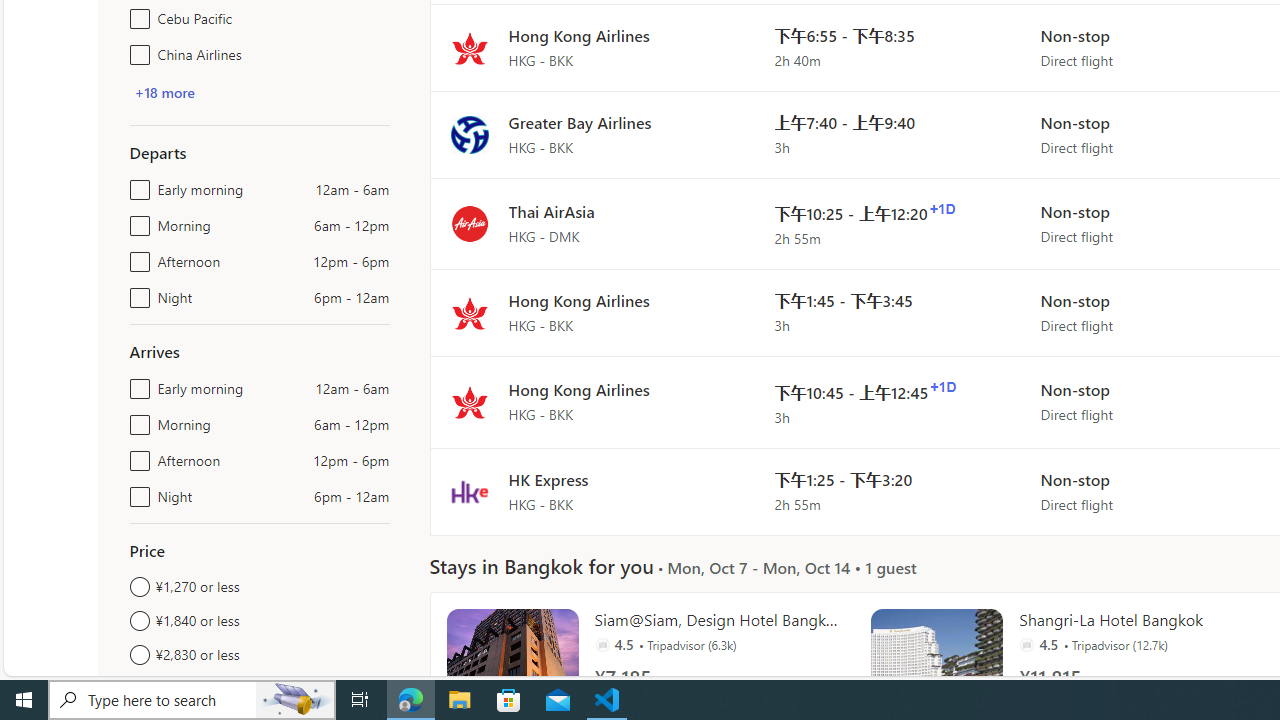 The image size is (1280, 720). What do you see at coordinates (164, 92) in the screenshot?
I see `'+18 more'` at bounding box center [164, 92].